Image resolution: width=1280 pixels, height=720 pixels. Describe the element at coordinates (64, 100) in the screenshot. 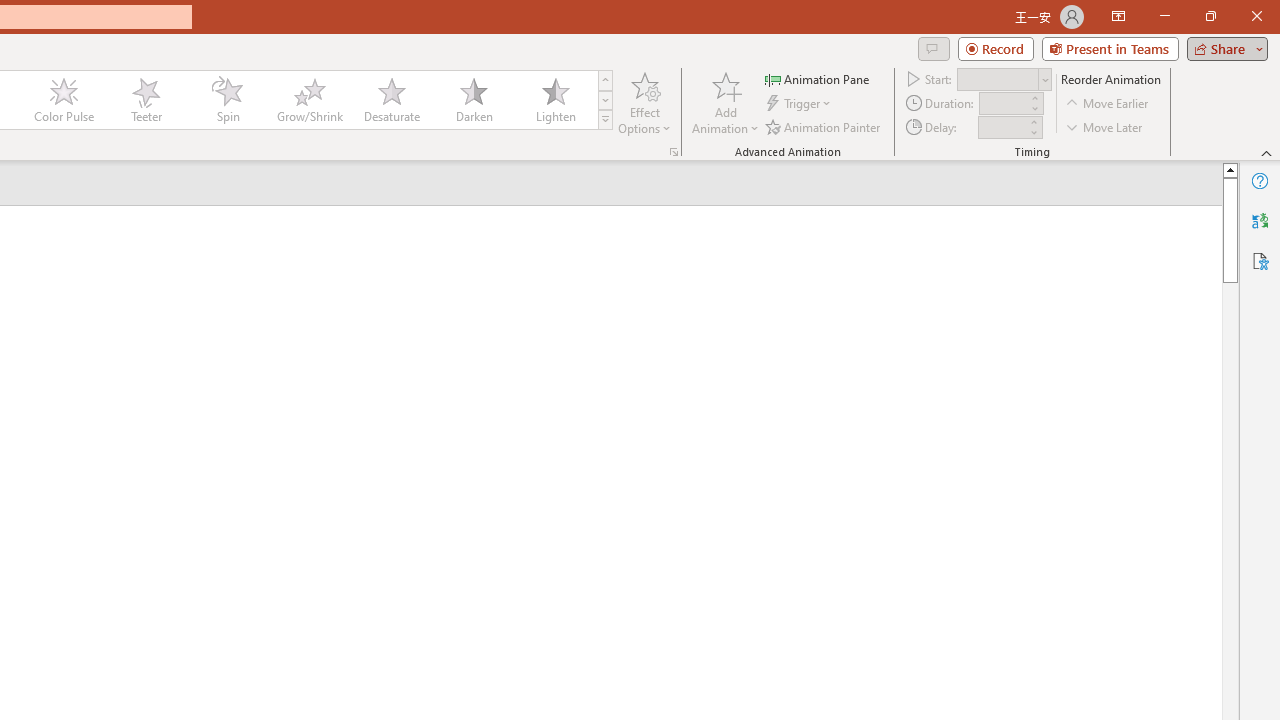

I see `'Color Pulse'` at that location.